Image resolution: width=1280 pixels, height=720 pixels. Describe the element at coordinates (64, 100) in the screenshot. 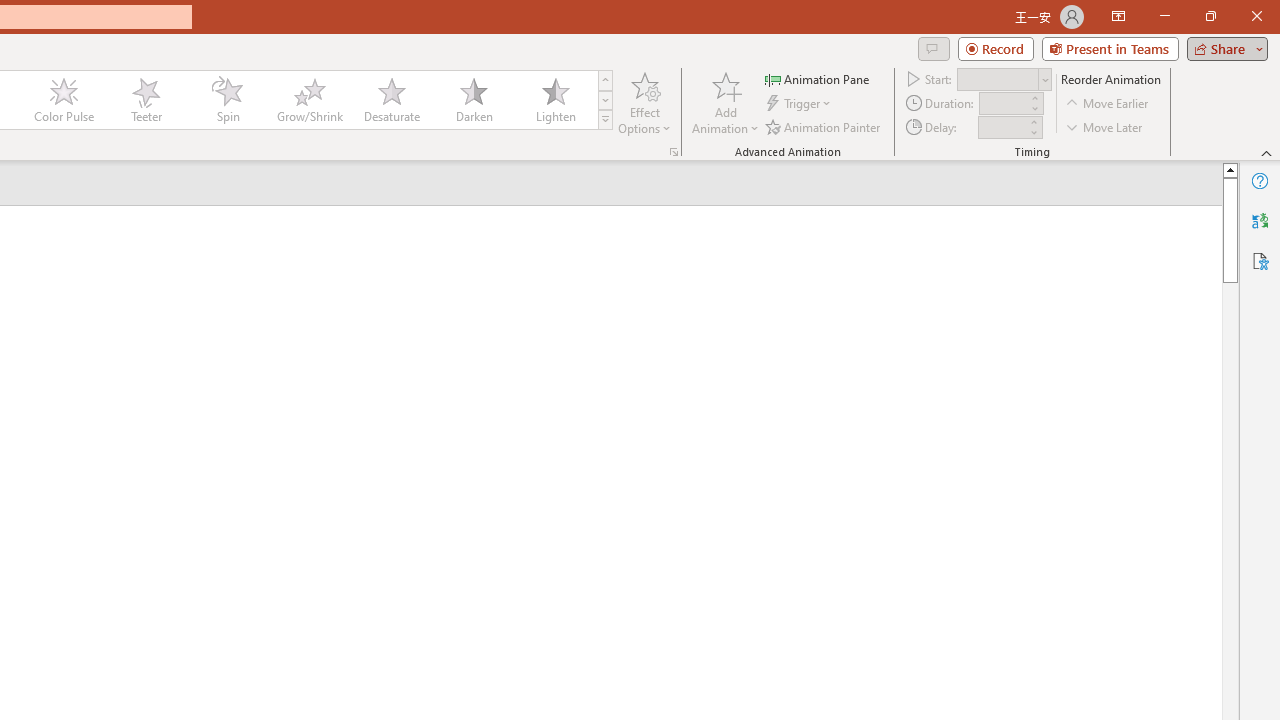

I see `'Color Pulse'` at that location.